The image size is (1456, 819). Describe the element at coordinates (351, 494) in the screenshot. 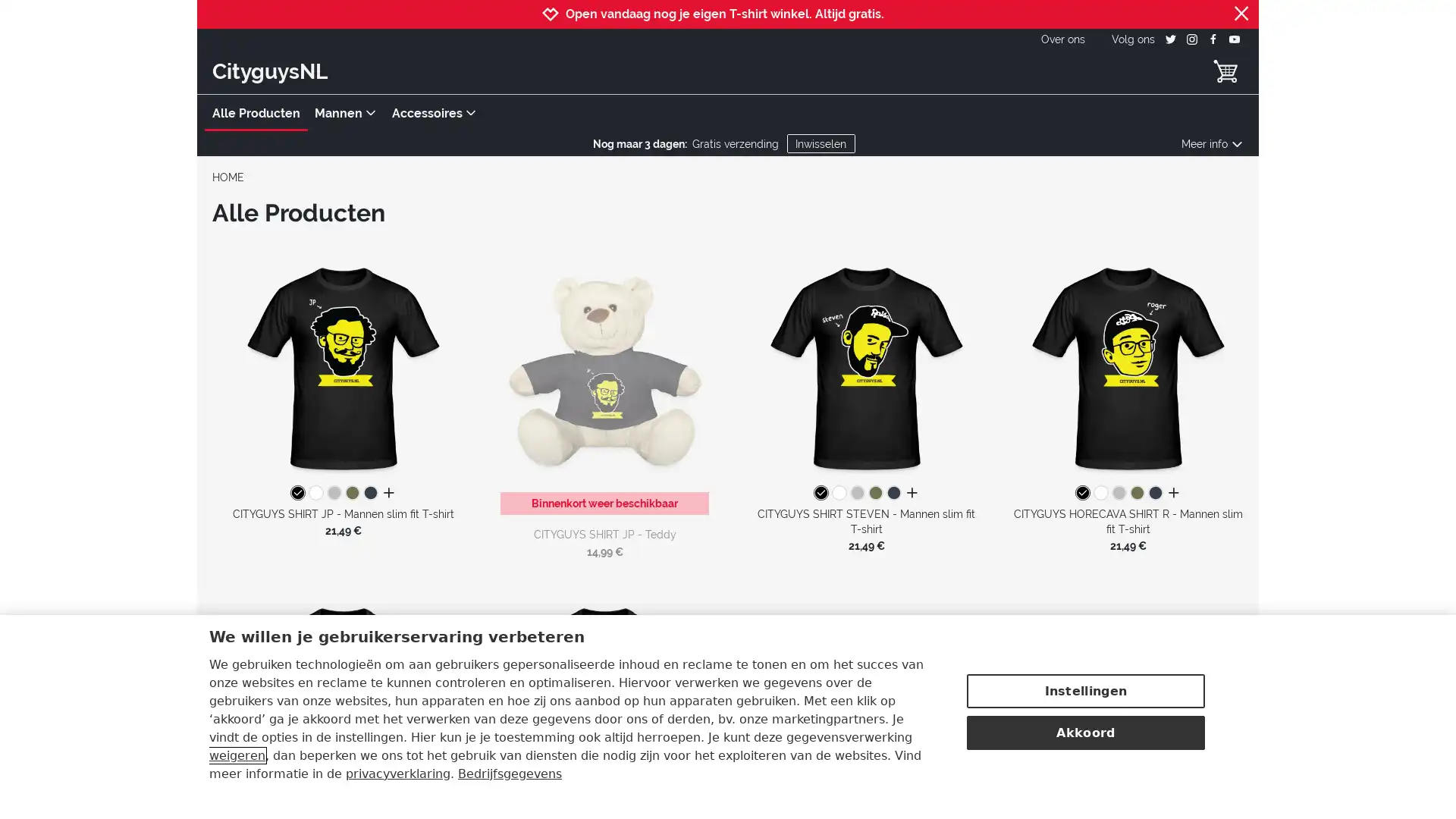

I see `kakigroen` at that location.